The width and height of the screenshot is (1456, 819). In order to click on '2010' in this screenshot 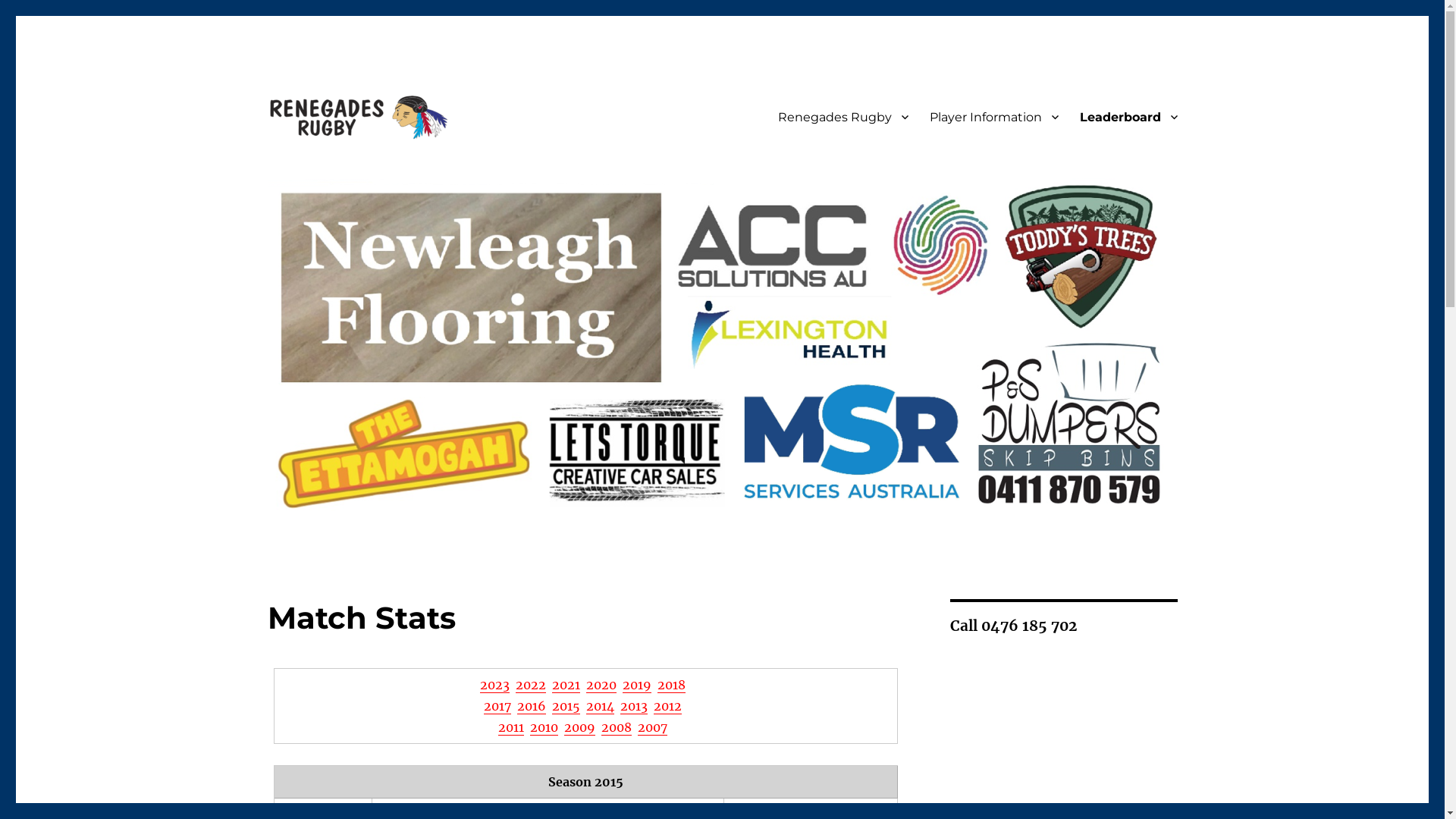, I will do `click(544, 726)`.